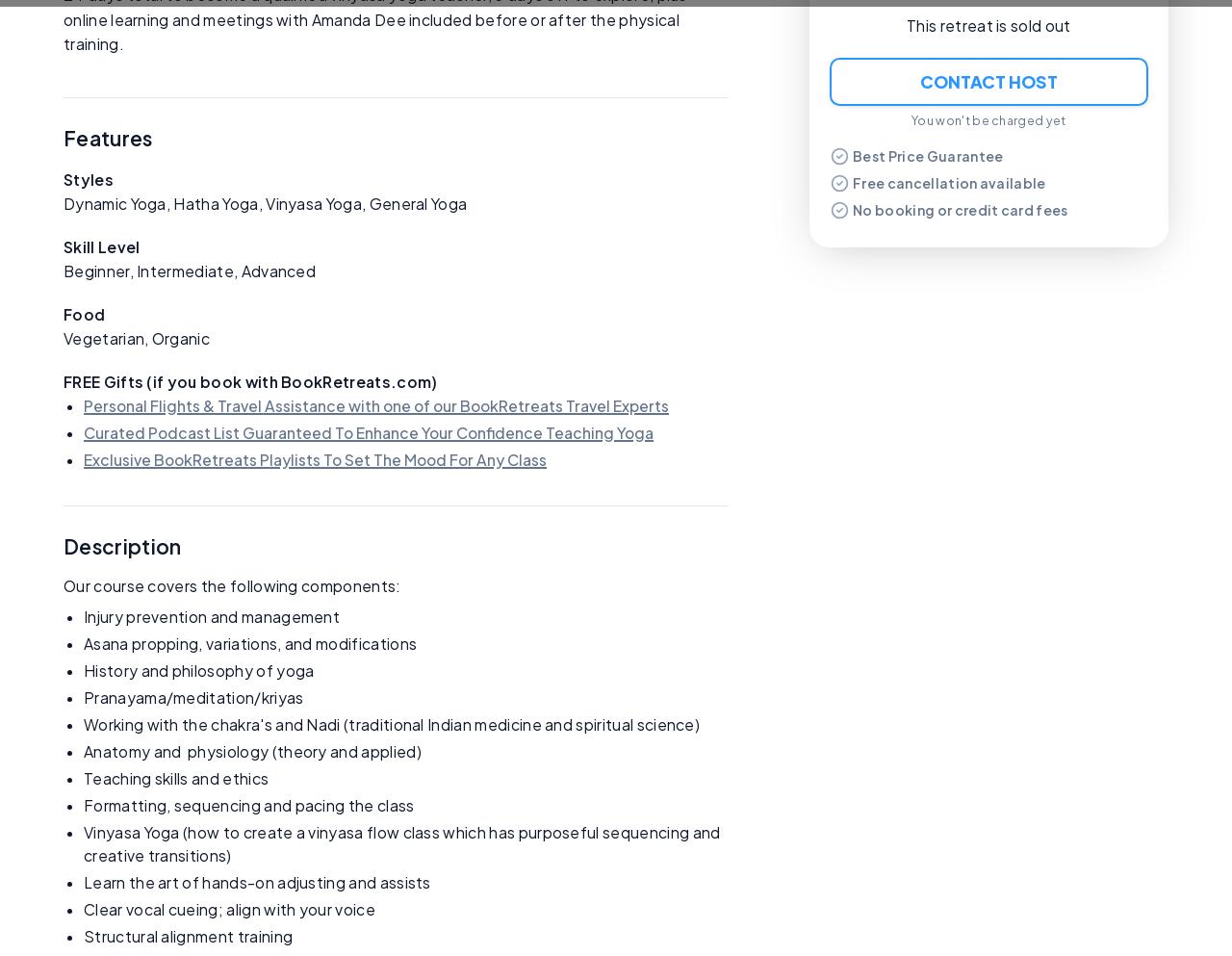  I want to click on 'Injury prevention and management', so click(212, 614).